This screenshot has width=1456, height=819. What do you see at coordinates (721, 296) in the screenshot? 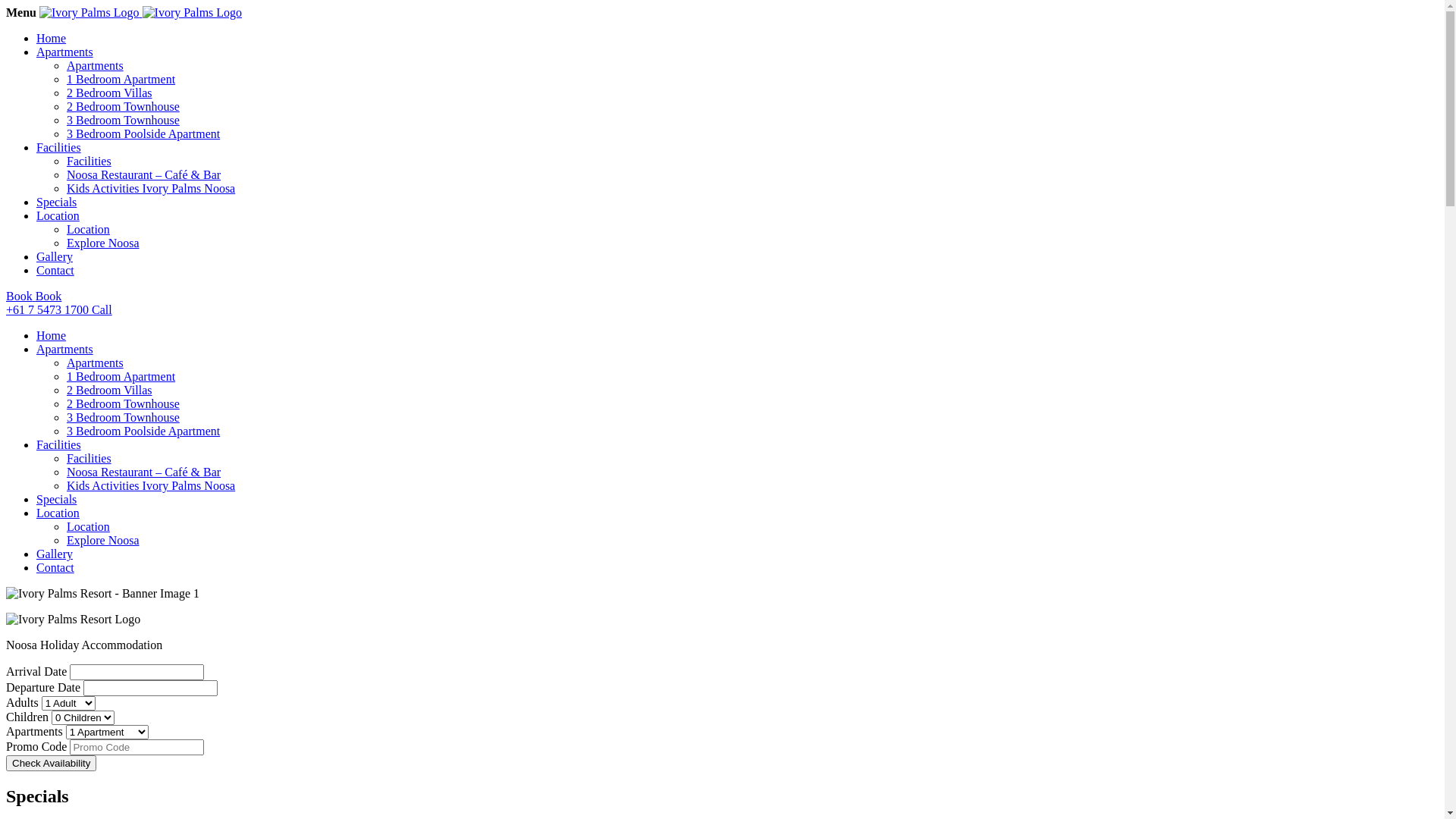
I see `'Book Book'` at bounding box center [721, 296].